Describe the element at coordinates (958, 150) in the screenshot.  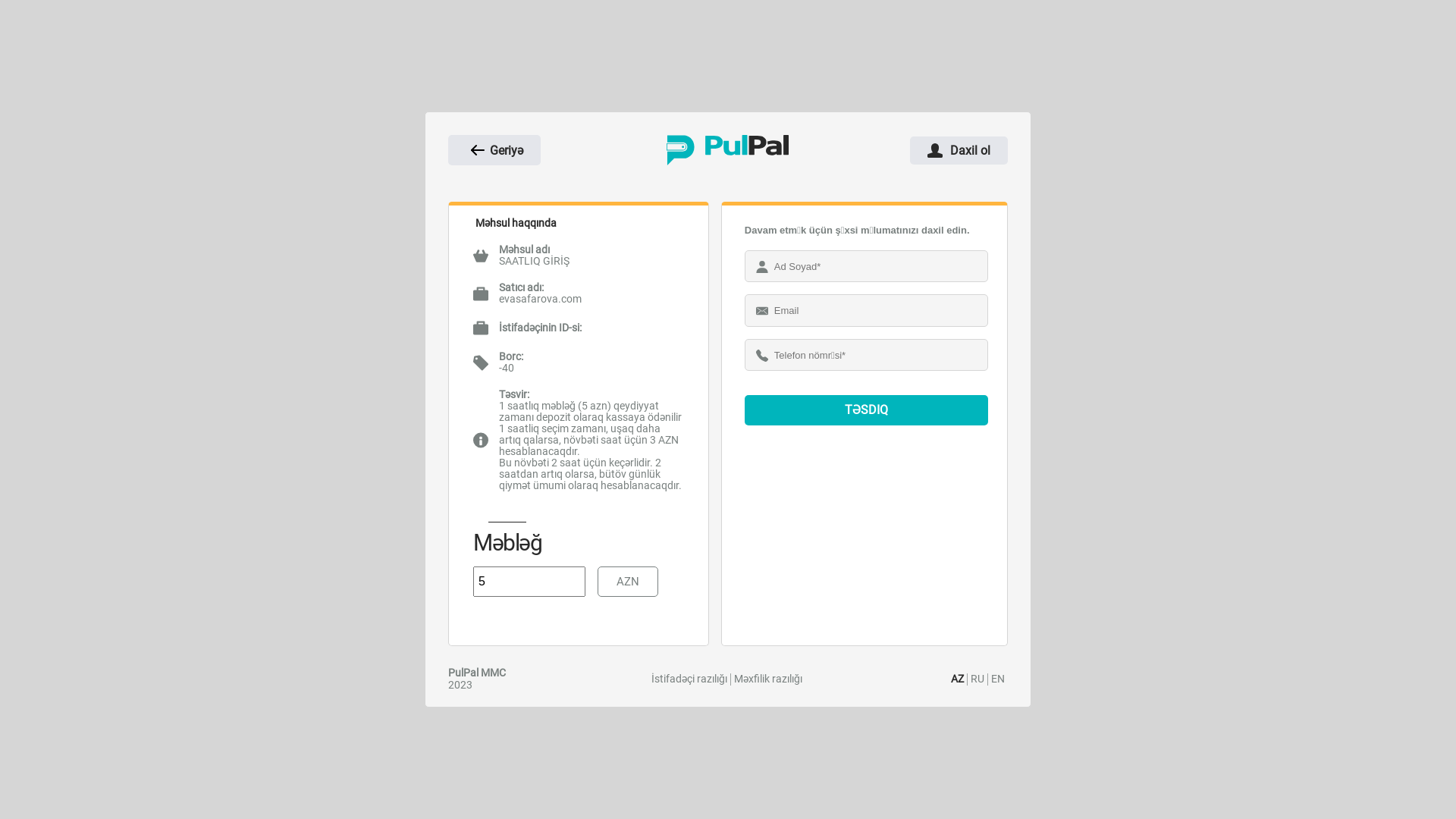
I see `'Daxil ol'` at that location.